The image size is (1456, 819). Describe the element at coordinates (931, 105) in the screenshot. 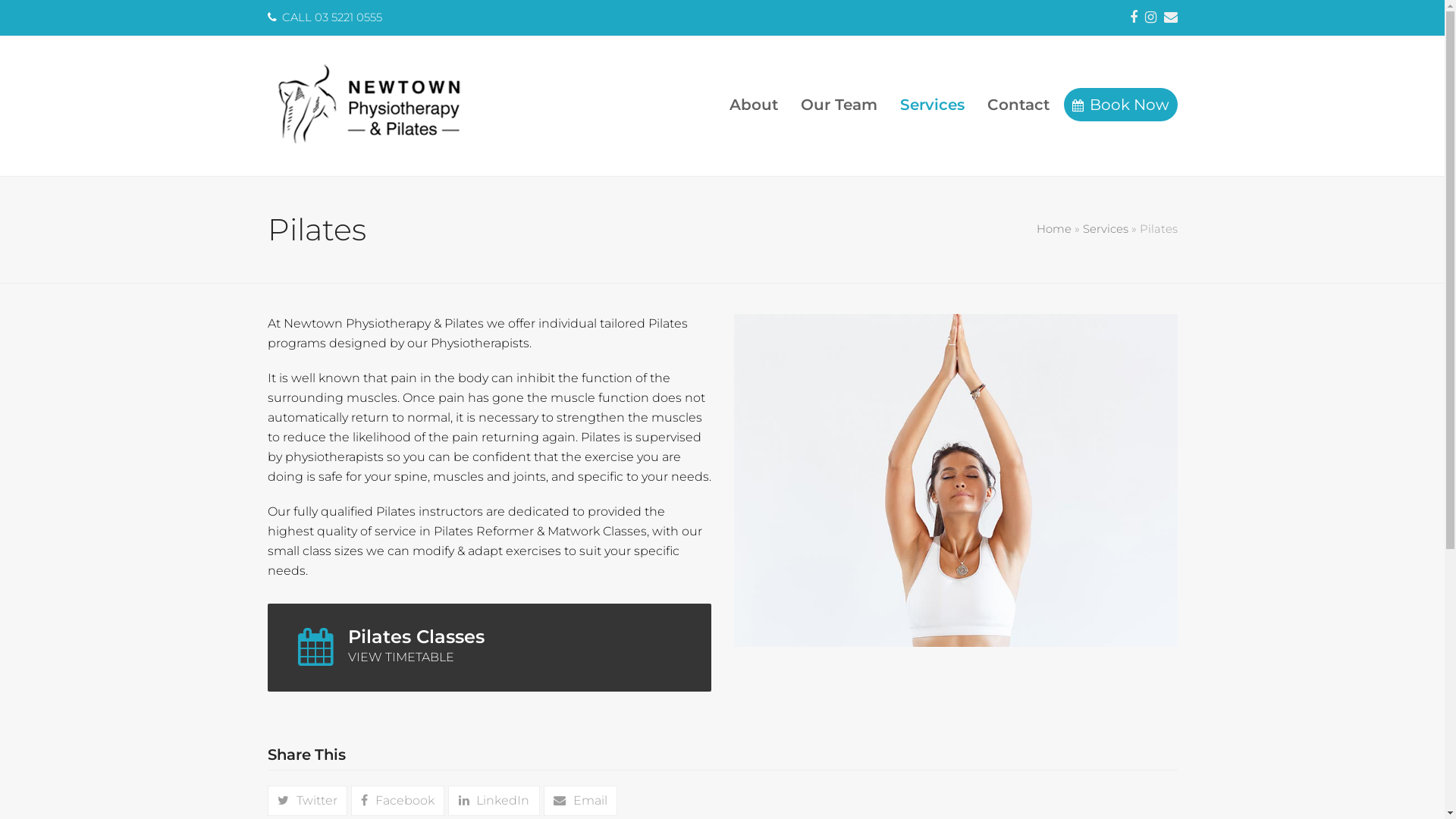

I see `'Services'` at that location.